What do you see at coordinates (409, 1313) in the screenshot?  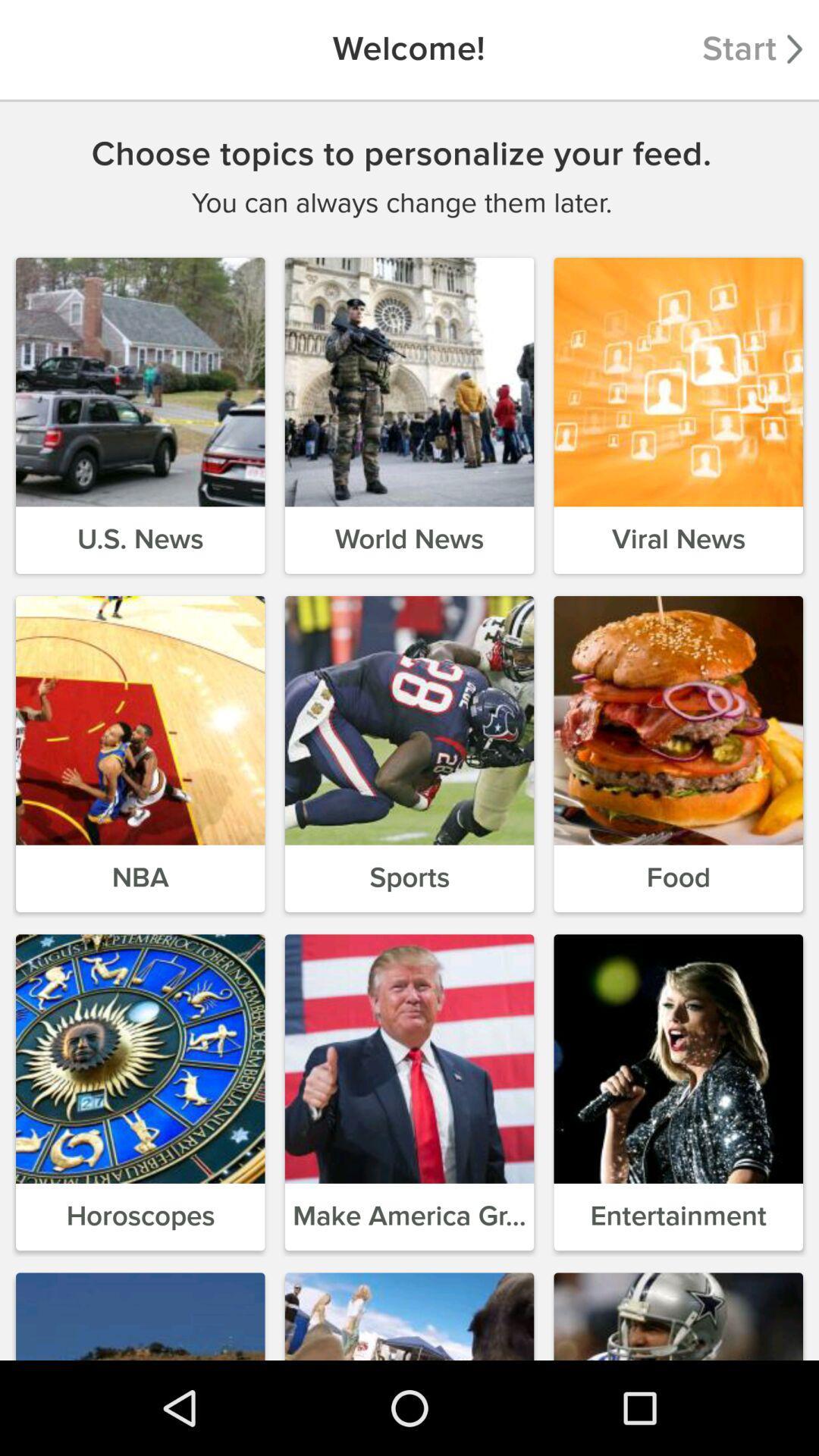 I see `the second image from the bottom` at bounding box center [409, 1313].